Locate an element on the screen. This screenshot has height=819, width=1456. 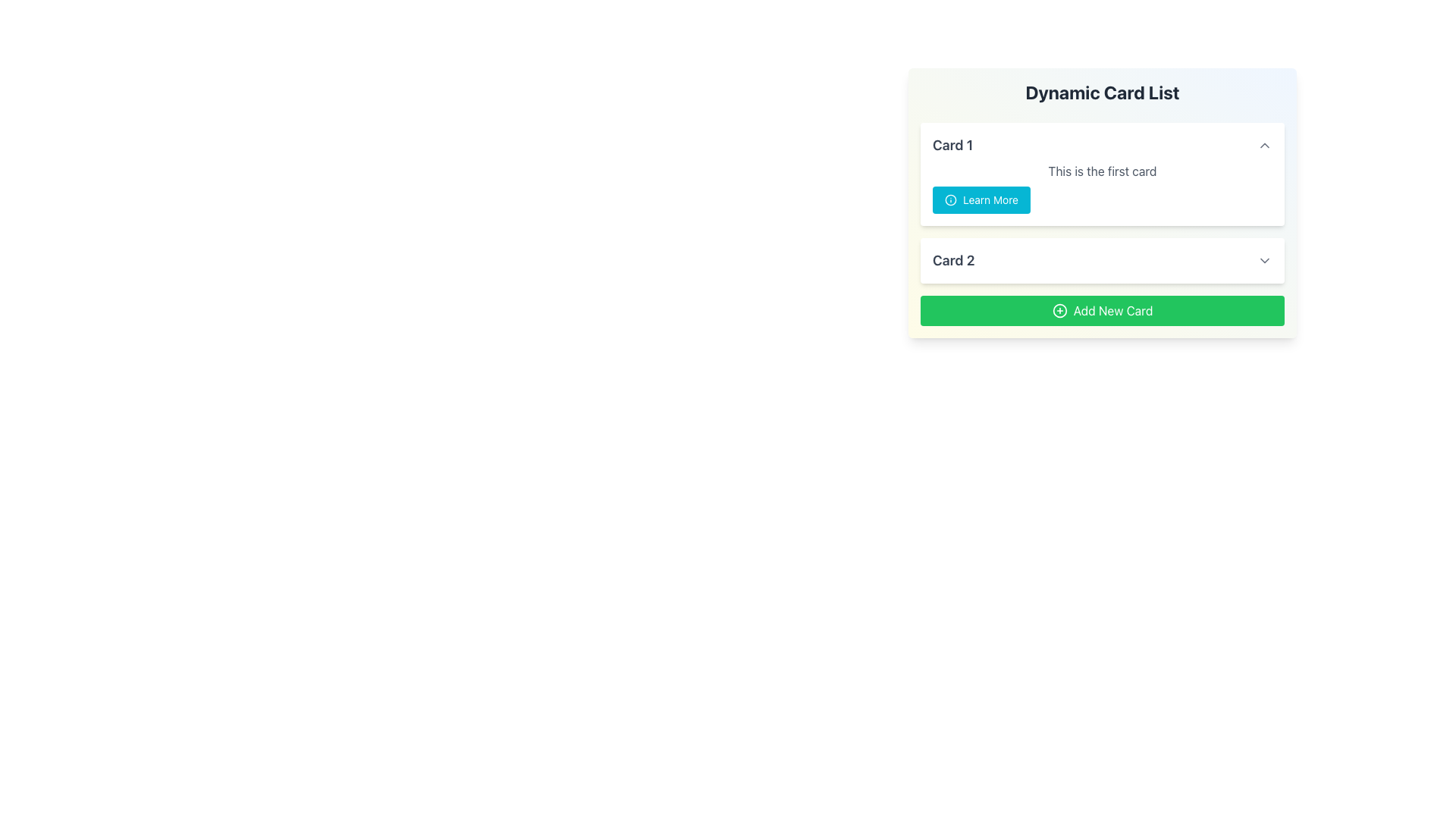
the 'Add New Card' icon located to the left of the text label 'Add New Card' at the bottom of the interface is located at coordinates (1059, 309).